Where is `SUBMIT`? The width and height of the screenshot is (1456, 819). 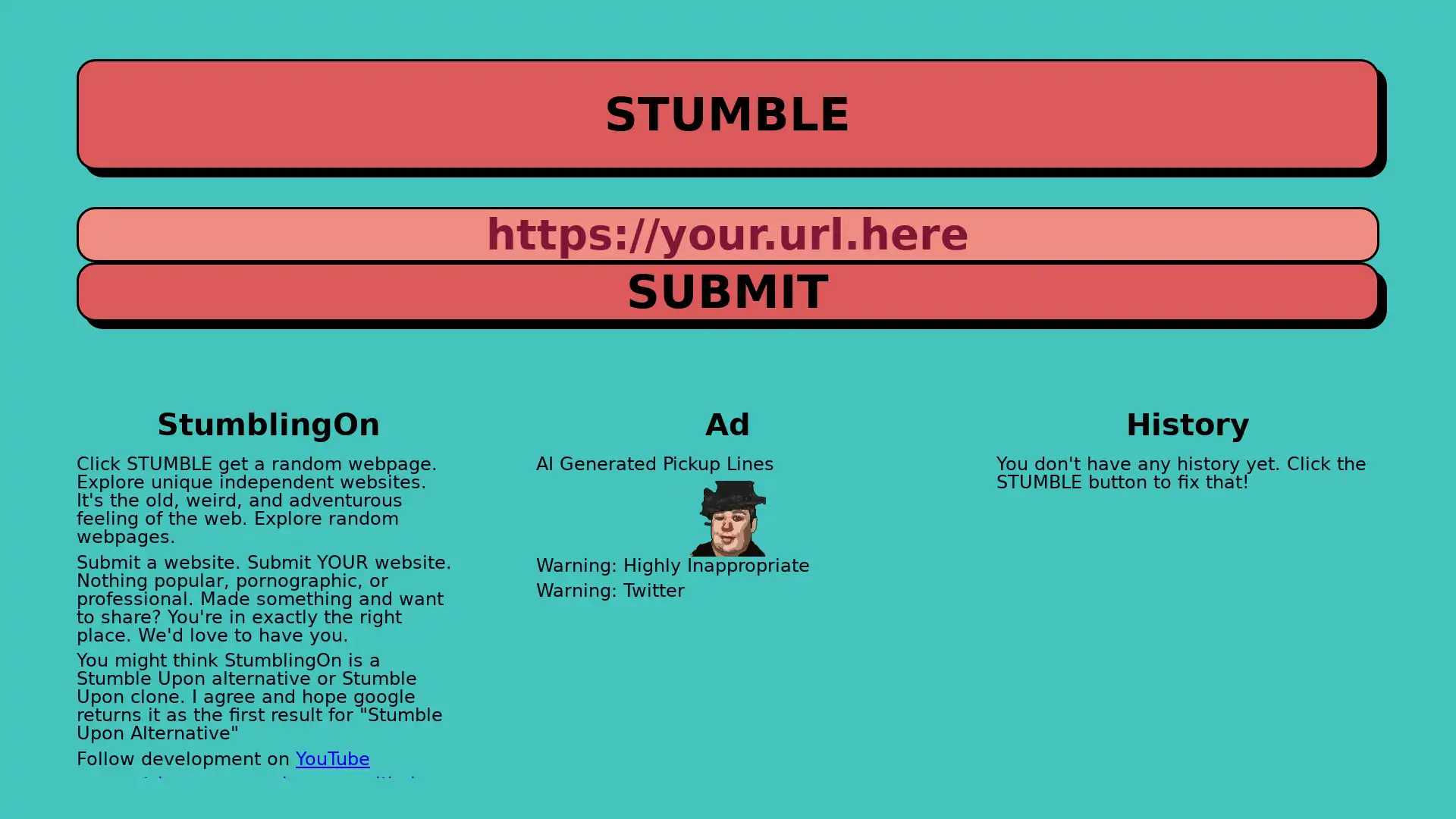
SUBMIT is located at coordinates (726, 291).